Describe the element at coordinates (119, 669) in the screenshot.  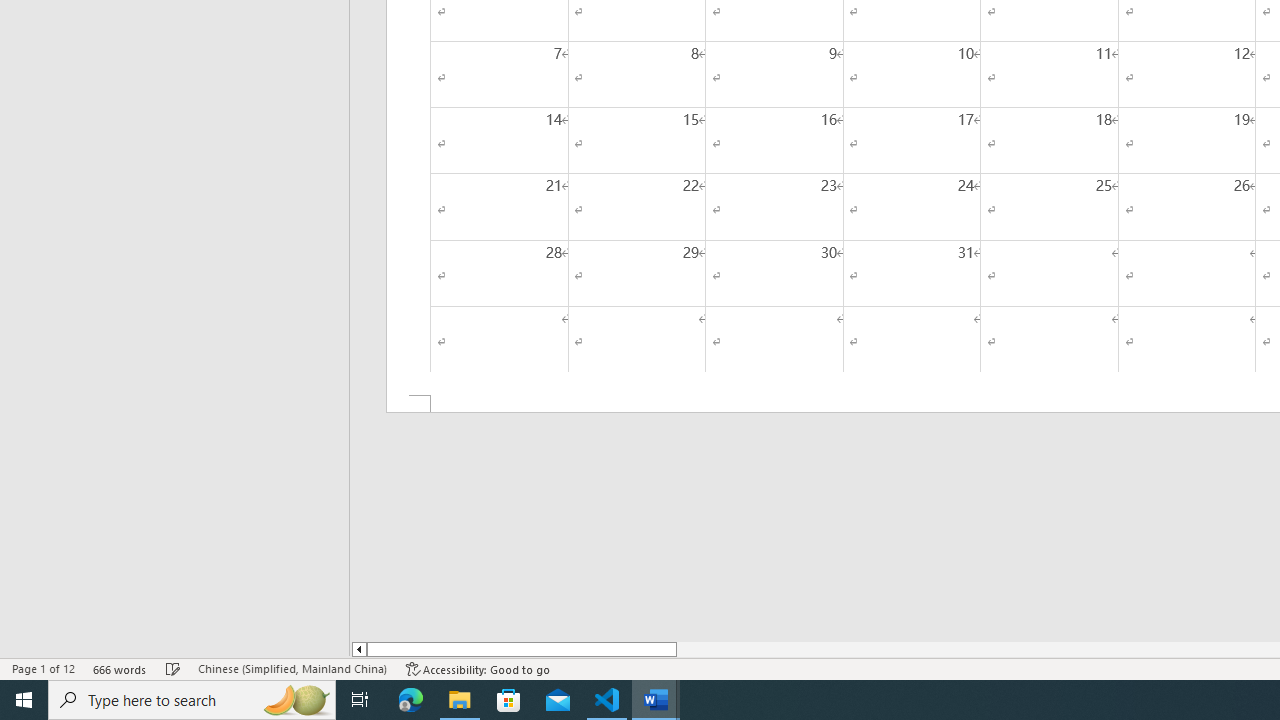
I see `'Word Count 666 words'` at that location.